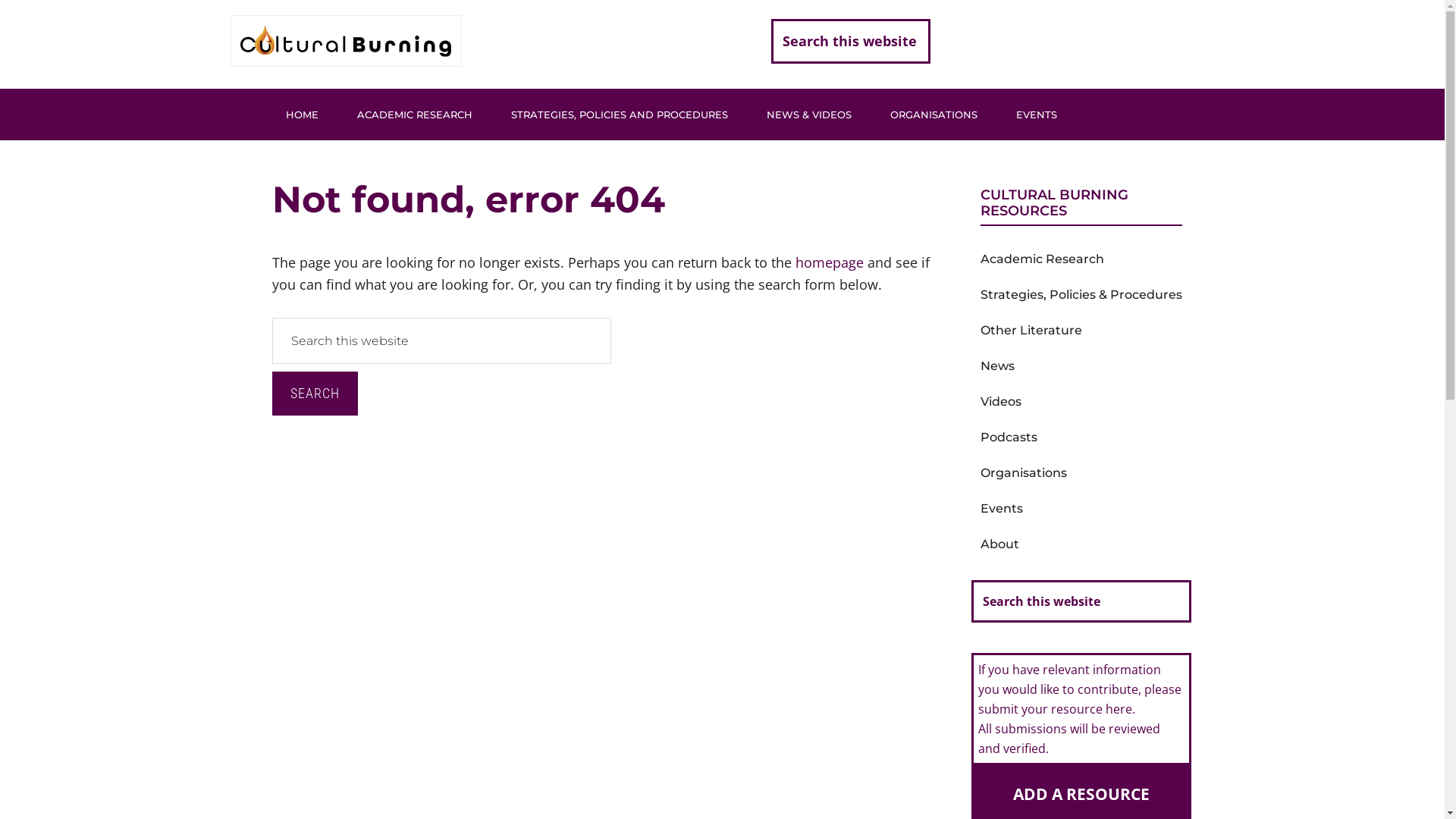 This screenshot has height=819, width=1456. What do you see at coordinates (1040, 258) in the screenshot?
I see `'Academic Research'` at bounding box center [1040, 258].